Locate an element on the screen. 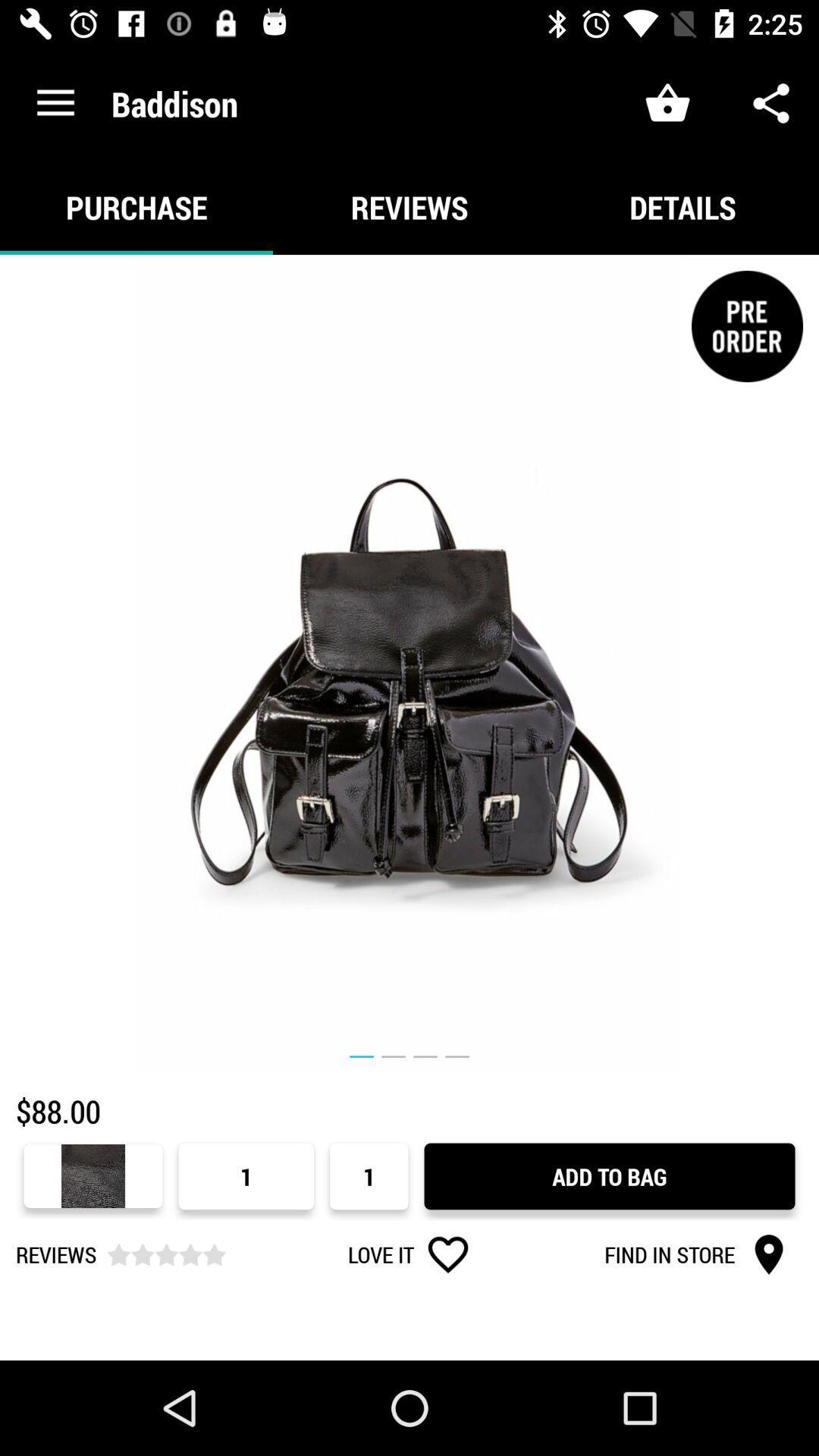 This screenshot has width=819, height=1456. item images is located at coordinates (409, 664).